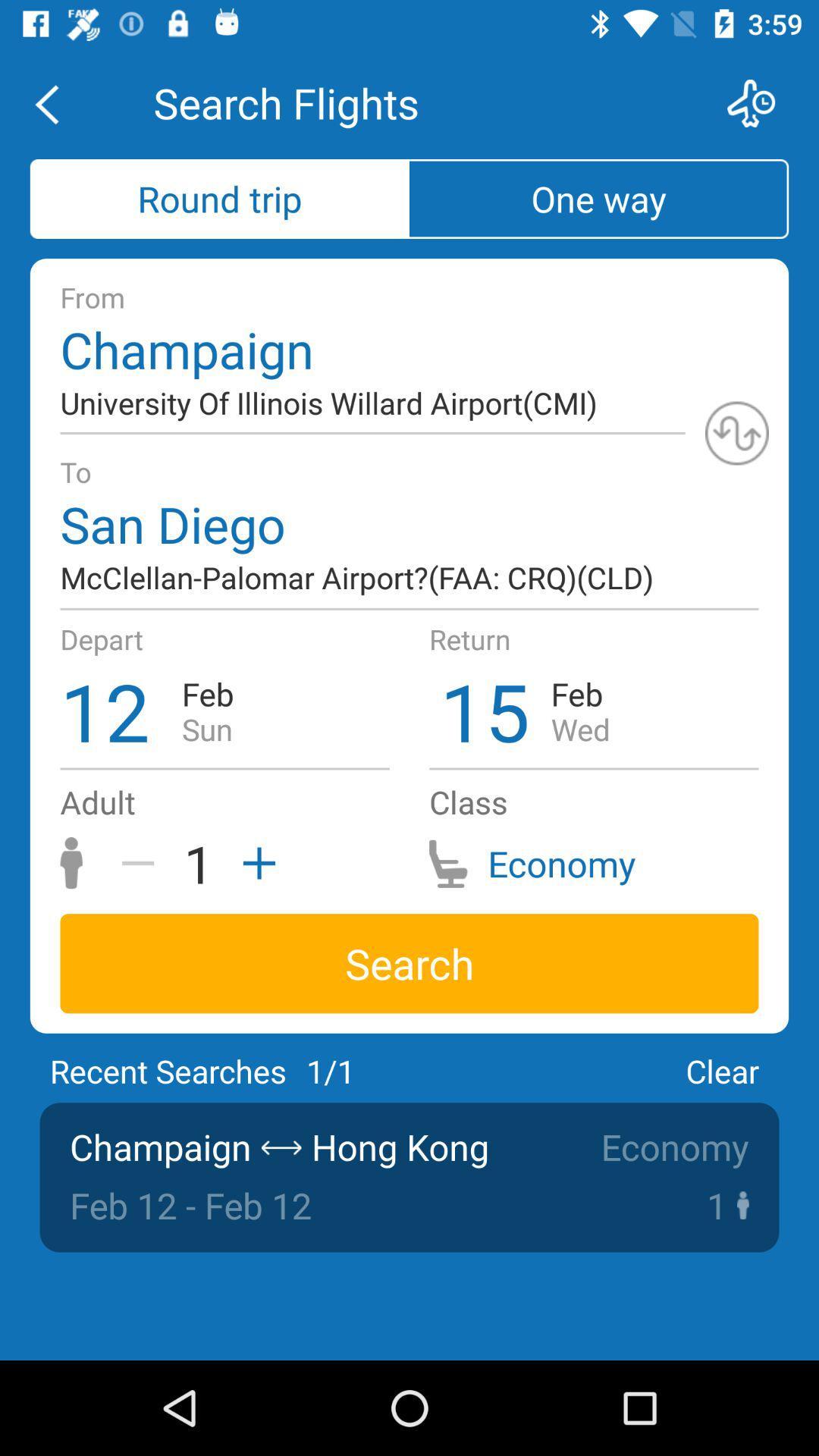  I want to click on flight times, so click(761, 102).